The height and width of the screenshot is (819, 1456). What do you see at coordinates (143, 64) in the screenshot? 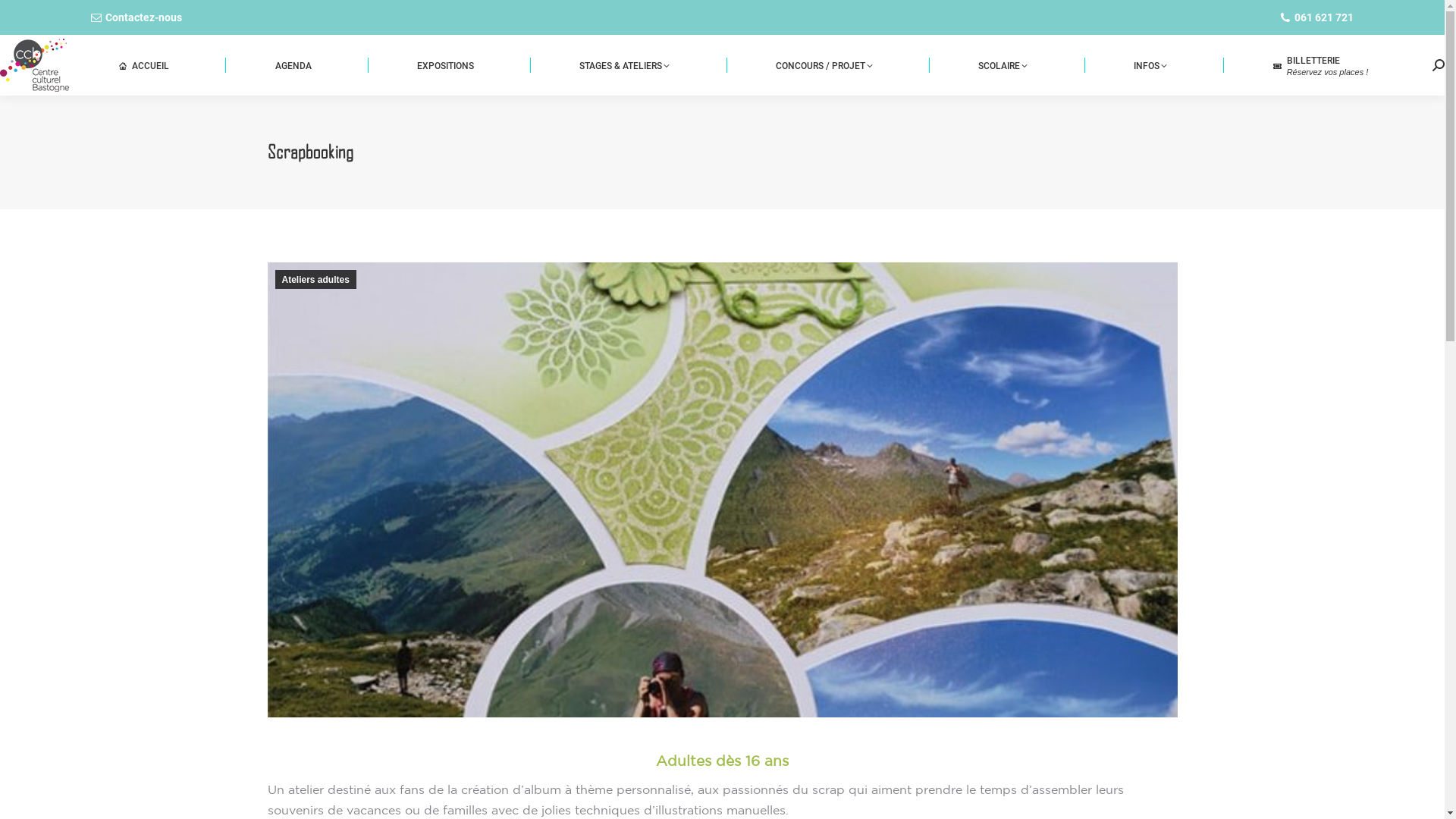
I see `'ACCUEIL'` at bounding box center [143, 64].